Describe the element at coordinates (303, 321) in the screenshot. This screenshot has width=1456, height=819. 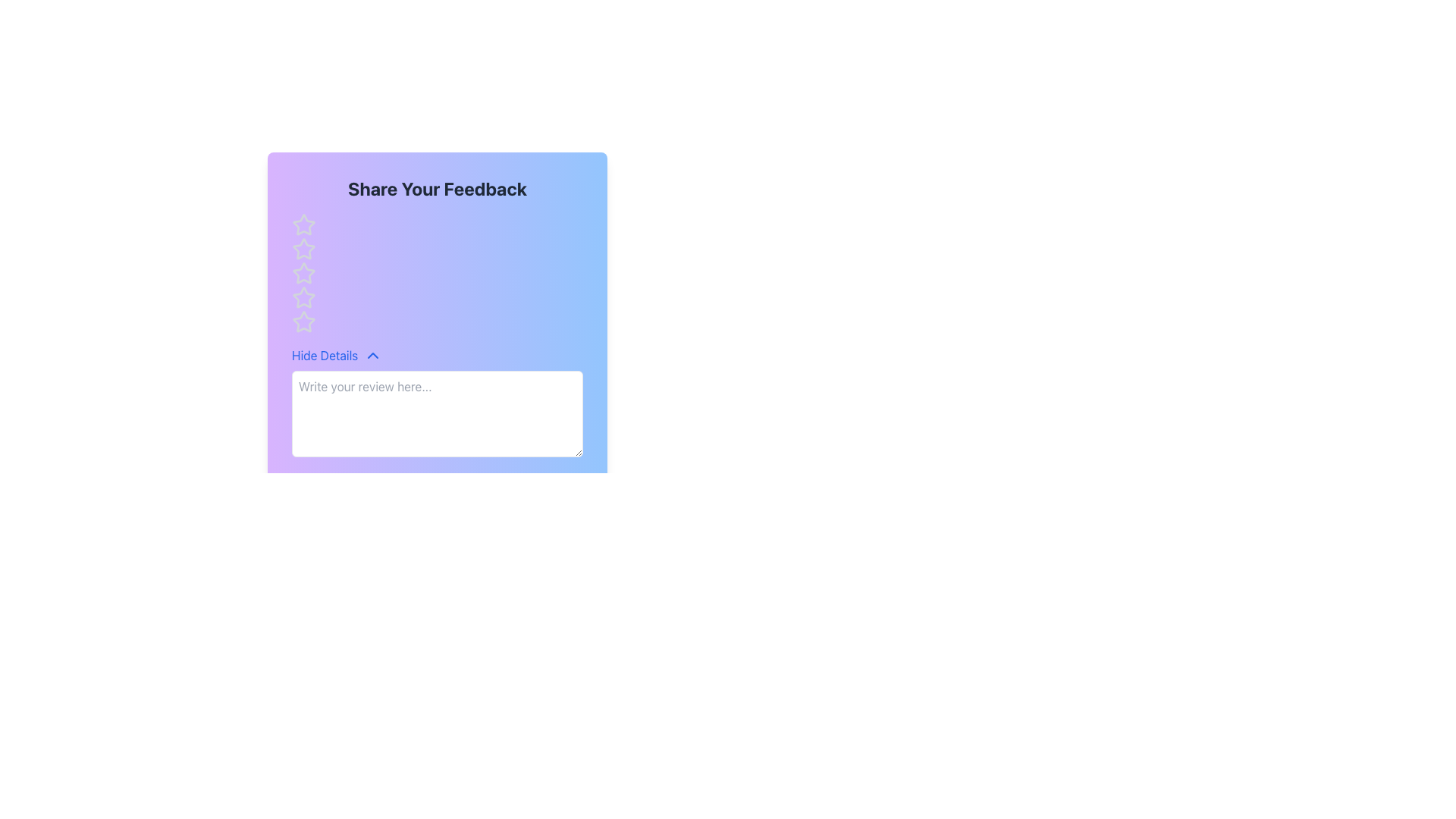
I see `the fourth star in the vertically aligned set of five star rating icons located in the upper left area of the feedback form` at that location.